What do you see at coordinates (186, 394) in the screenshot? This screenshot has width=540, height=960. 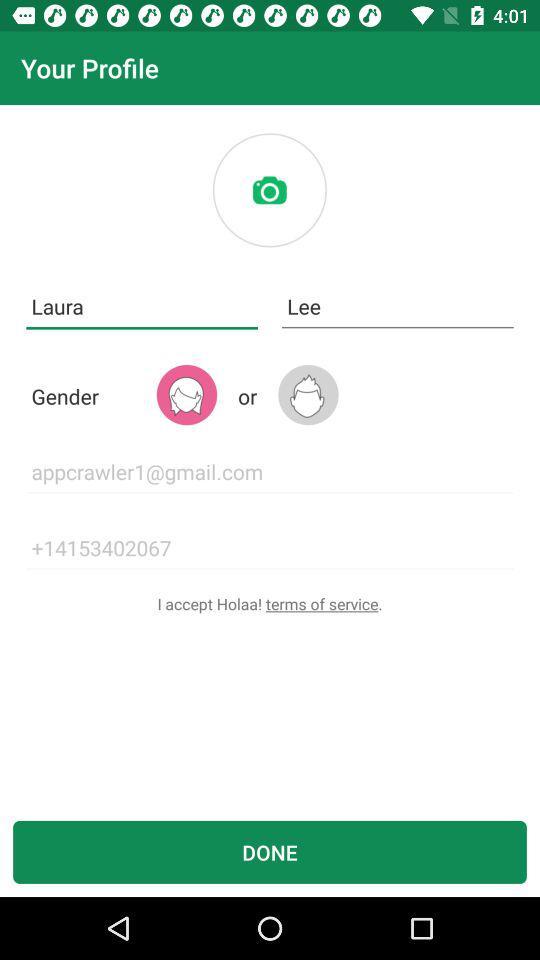 I see `gender is female` at bounding box center [186, 394].